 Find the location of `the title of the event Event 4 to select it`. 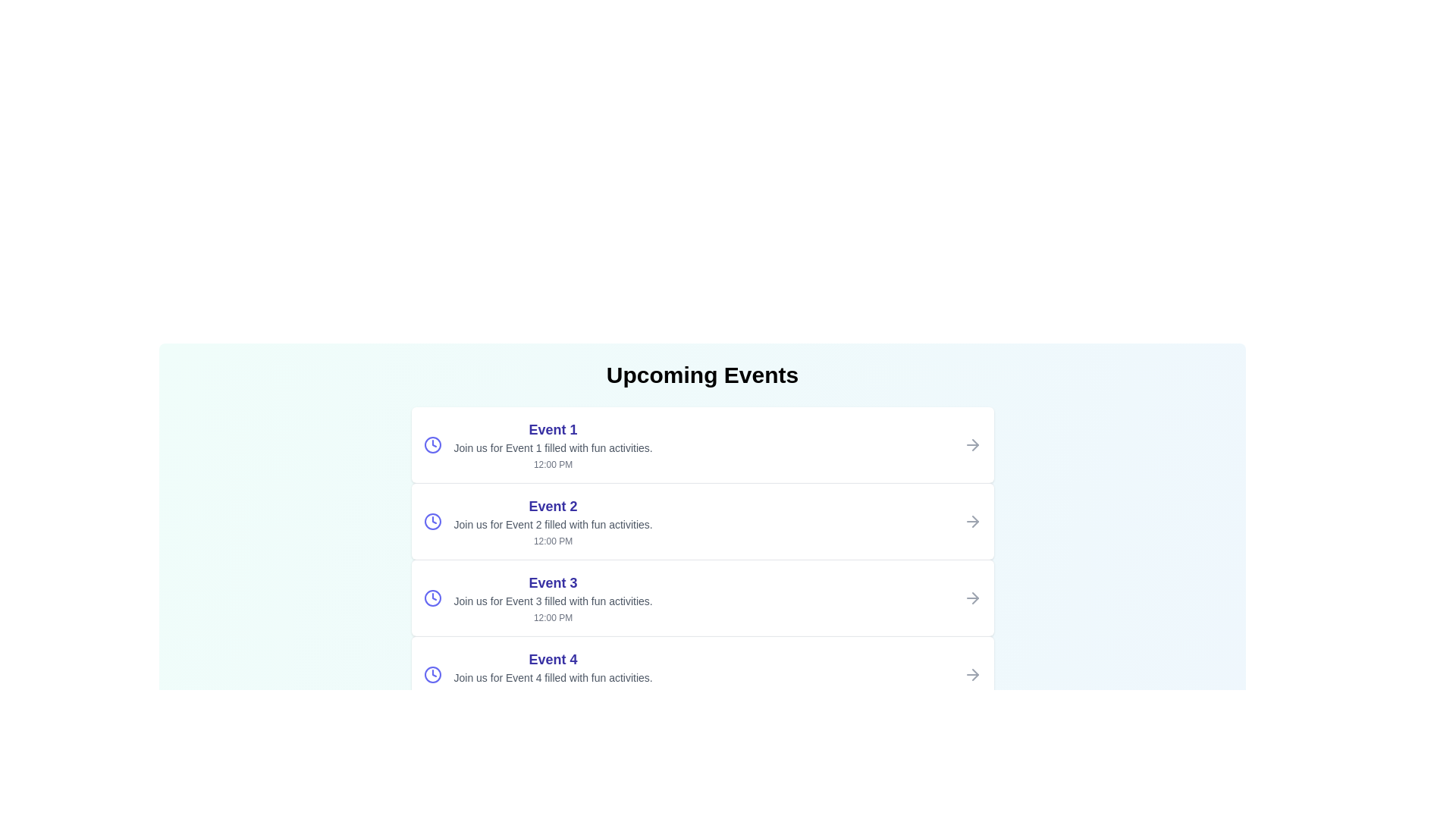

the title of the event Event 4 to select it is located at coordinates (552, 659).